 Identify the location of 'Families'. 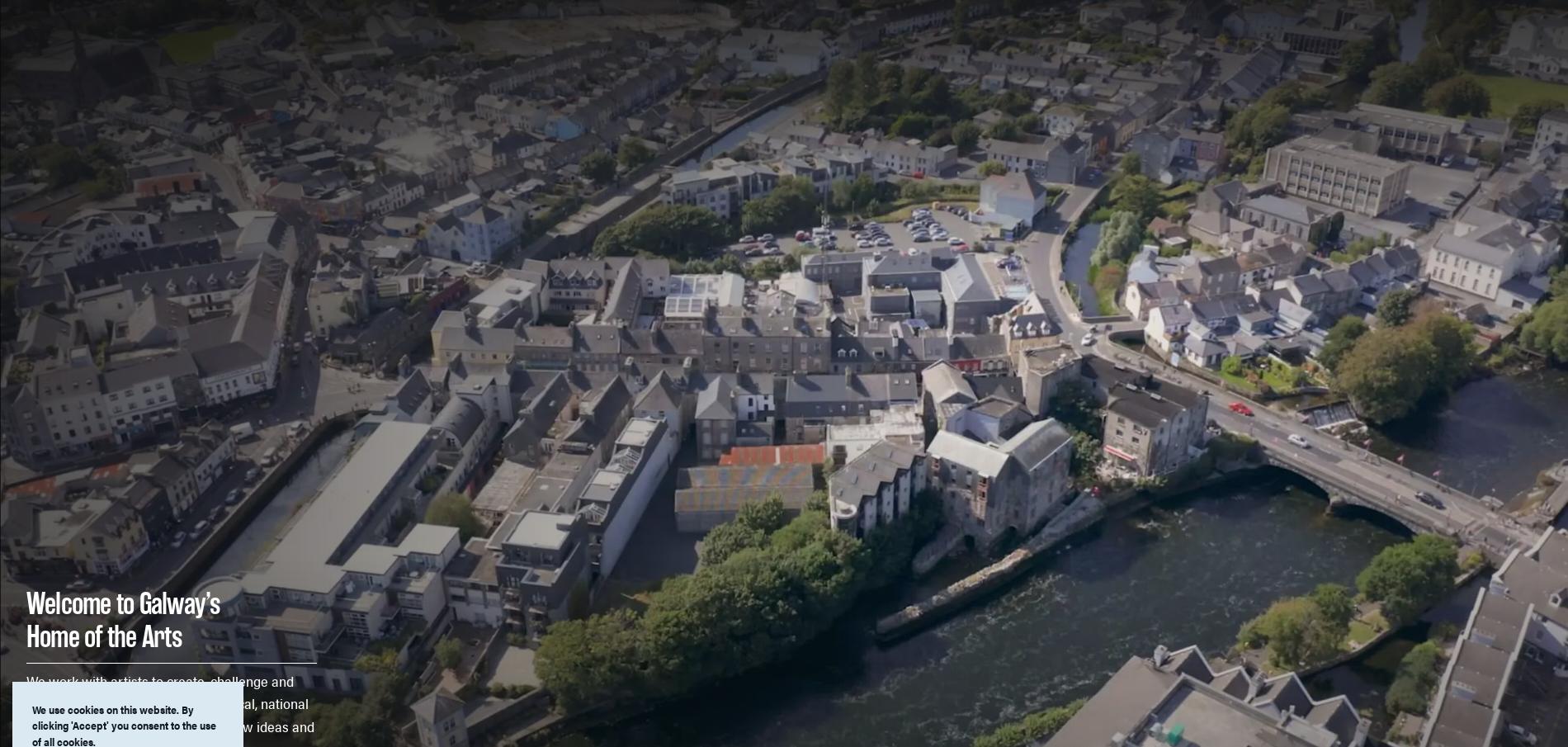
(966, 47).